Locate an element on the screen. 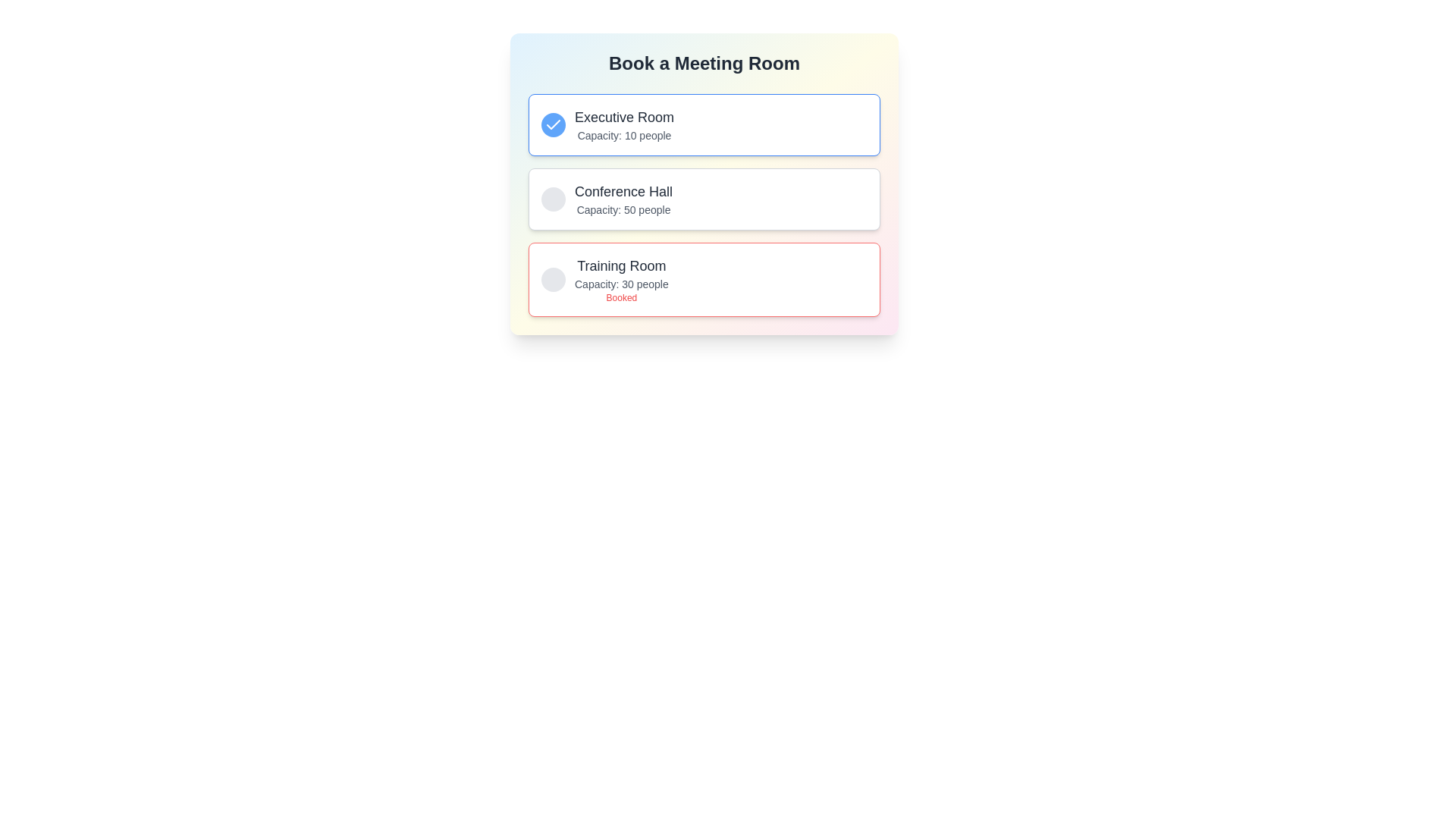 This screenshot has width=1456, height=819. the 'Conference Hall' label, which is a large dark gray text label located directly below the 'Executive Room' section in the meeting room selection interface is located at coordinates (623, 191).